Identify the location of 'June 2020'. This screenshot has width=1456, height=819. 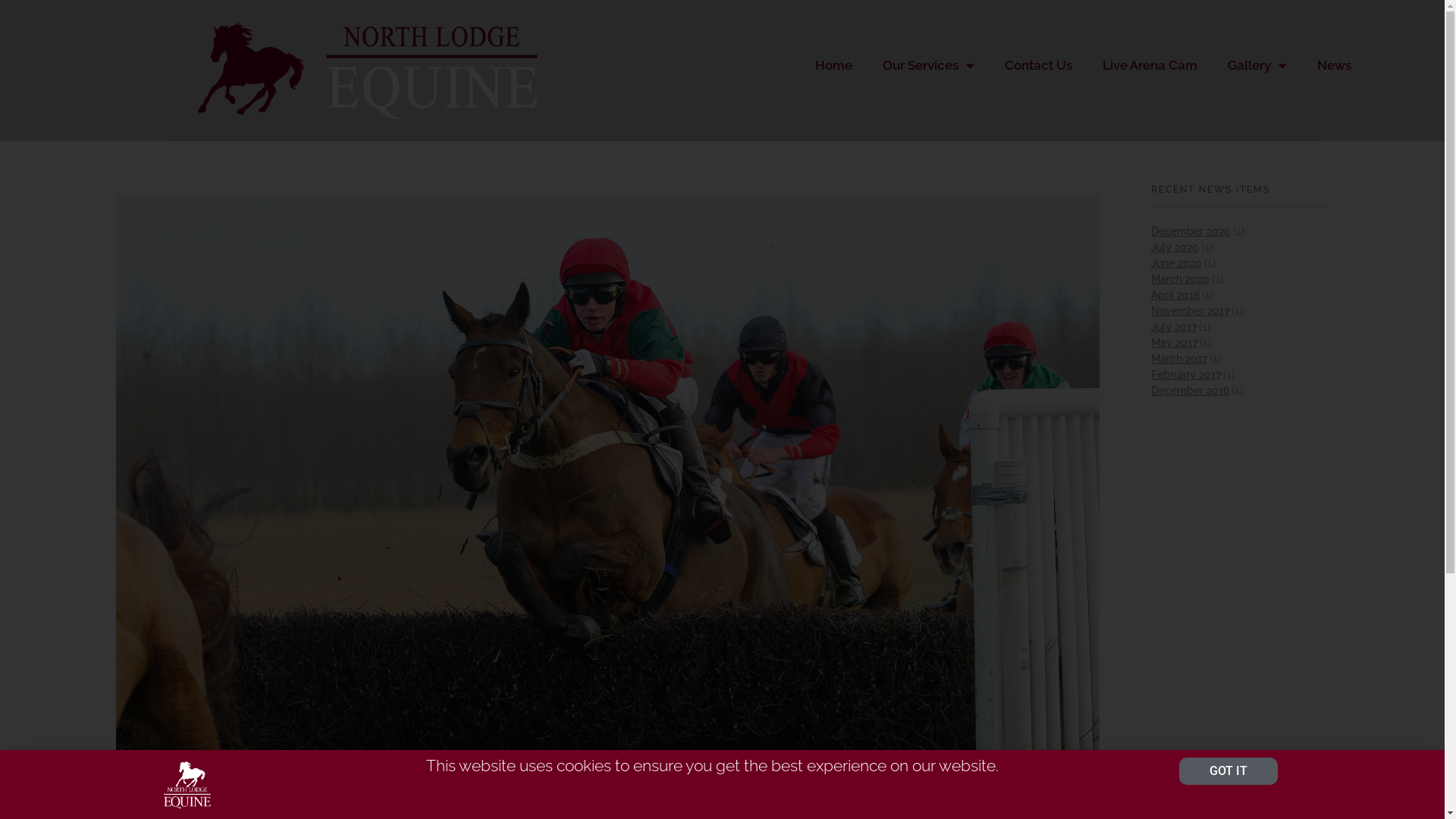
(1175, 262).